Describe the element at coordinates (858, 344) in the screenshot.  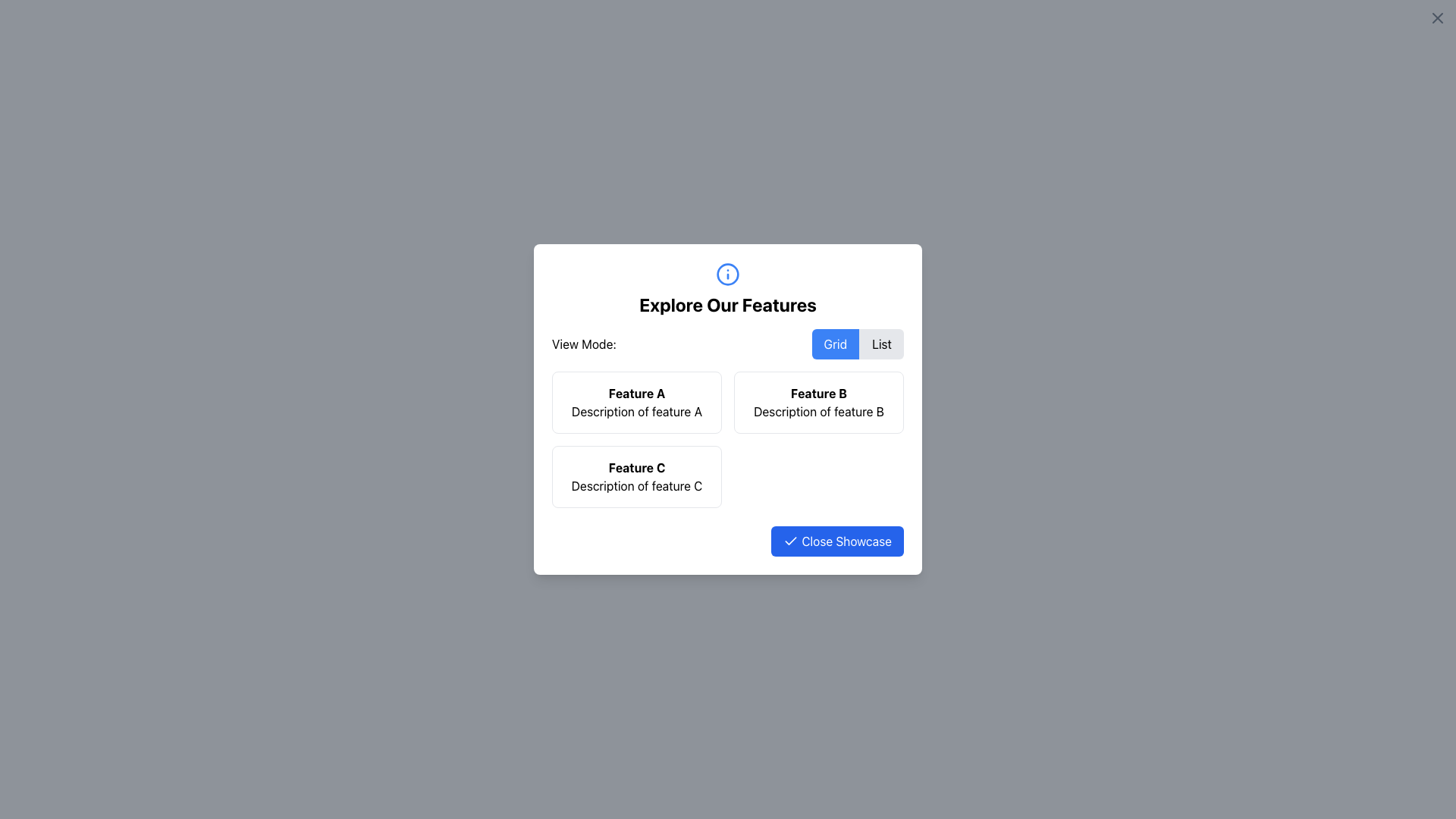
I see `the segmented control with toggle buttons labeled 'Grid' and 'List'` at that location.